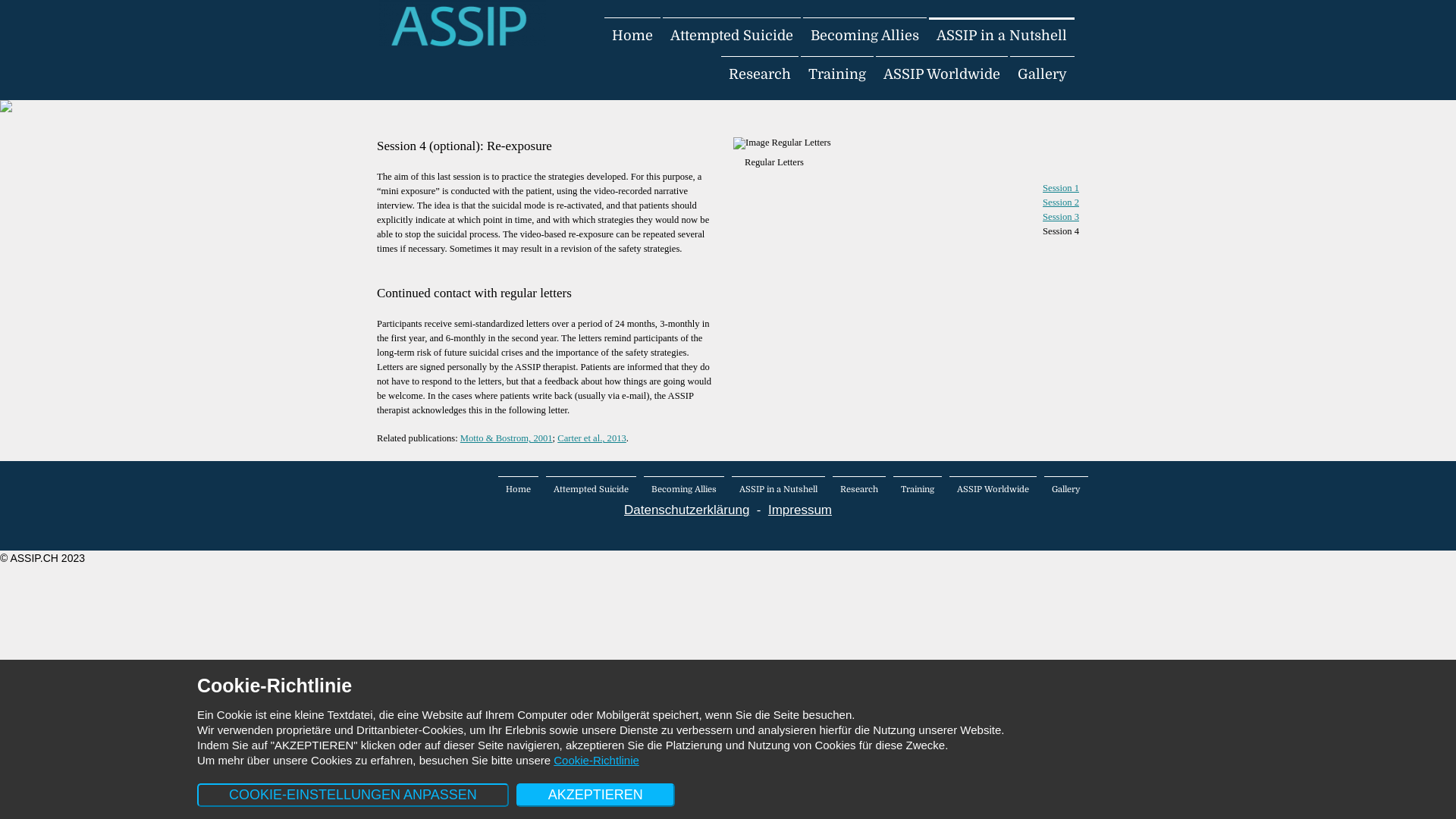 The width and height of the screenshot is (1456, 819). What do you see at coordinates (941, 74) in the screenshot?
I see `'ASSIP Worldwide'` at bounding box center [941, 74].